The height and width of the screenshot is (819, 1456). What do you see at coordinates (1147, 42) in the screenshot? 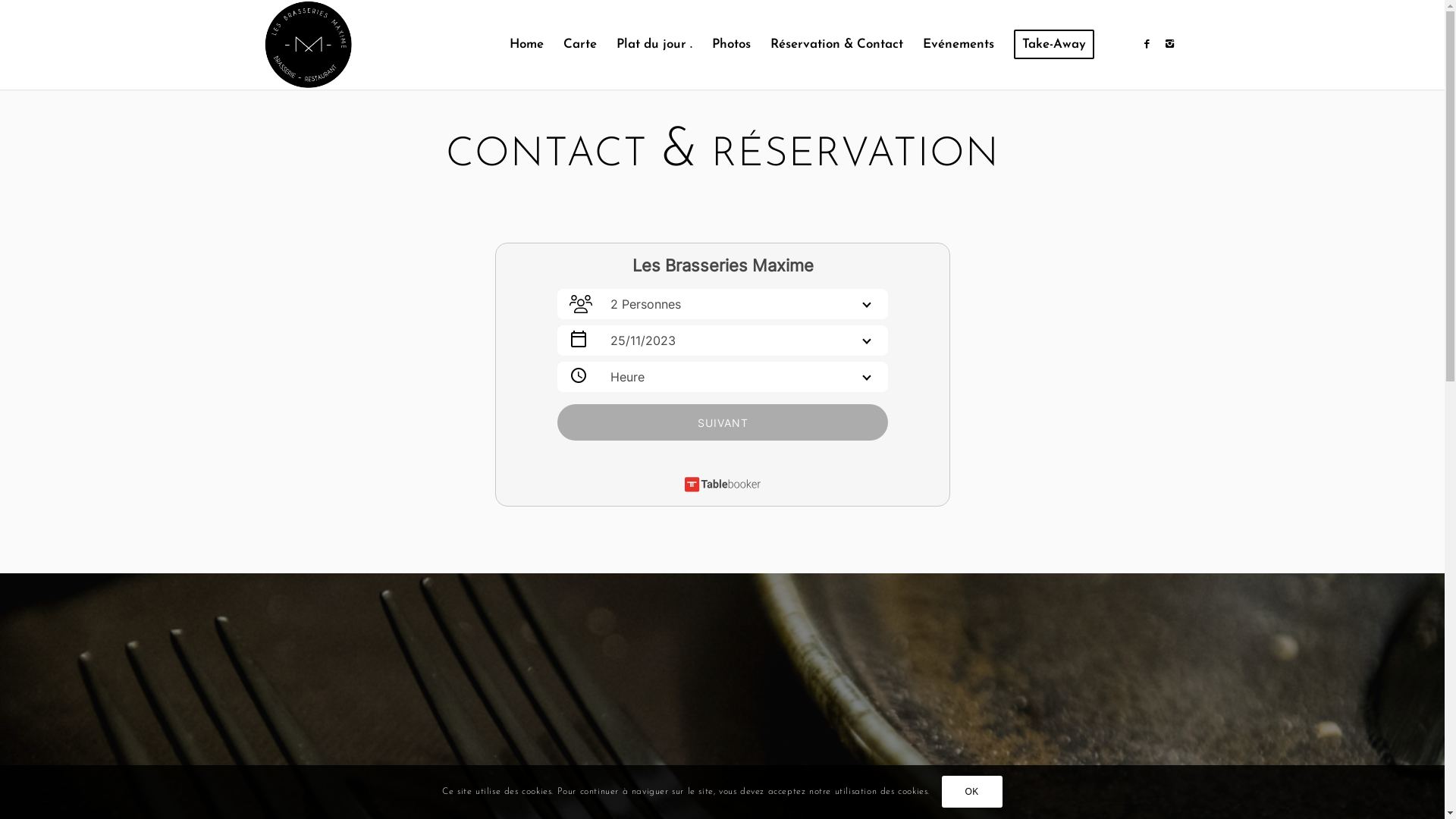
I see `'Facebook'` at bounding box center [1147, 42].